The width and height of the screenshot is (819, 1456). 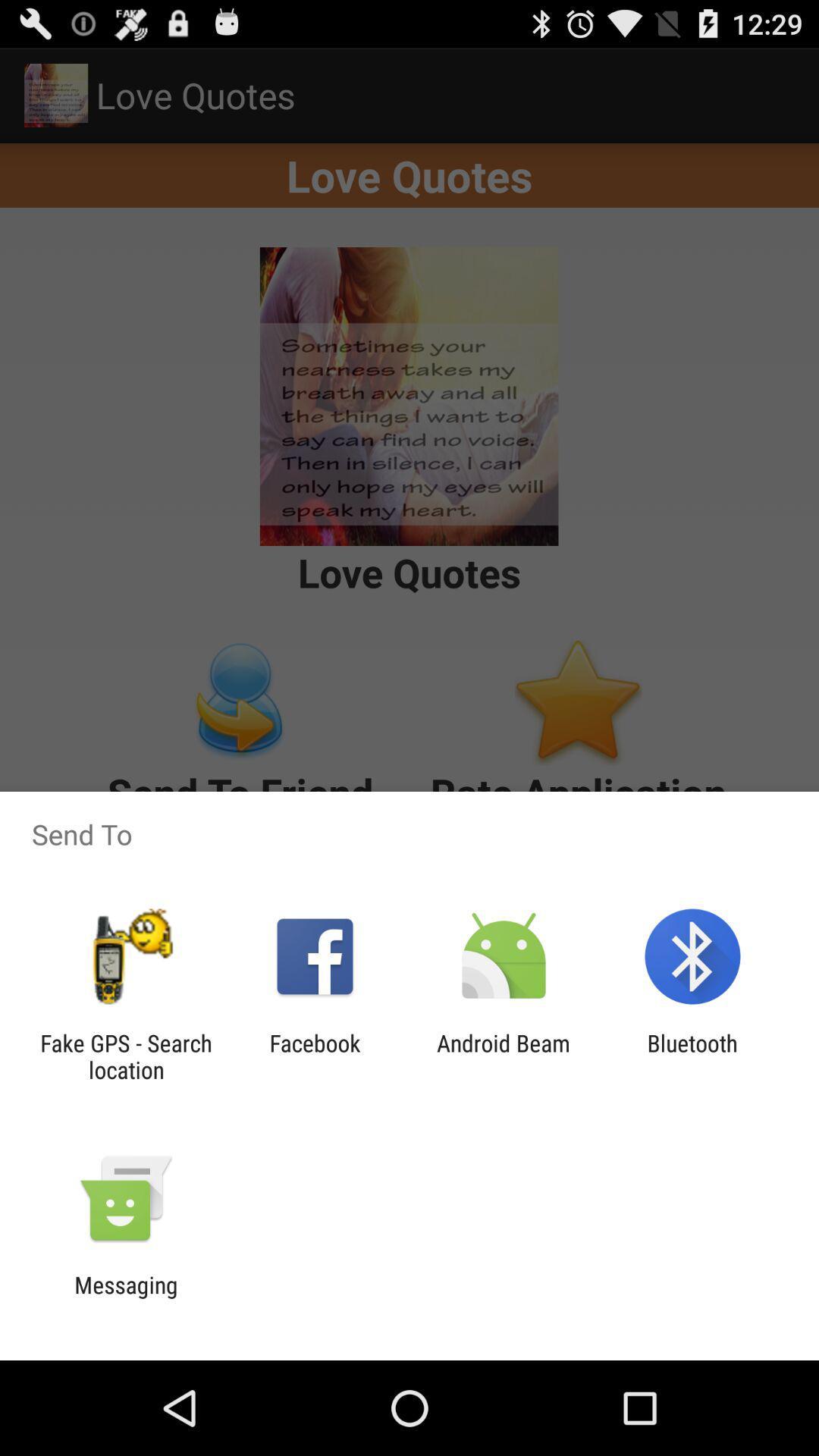 I want to click on the item next to facebook, so click(x=125, y=1056).